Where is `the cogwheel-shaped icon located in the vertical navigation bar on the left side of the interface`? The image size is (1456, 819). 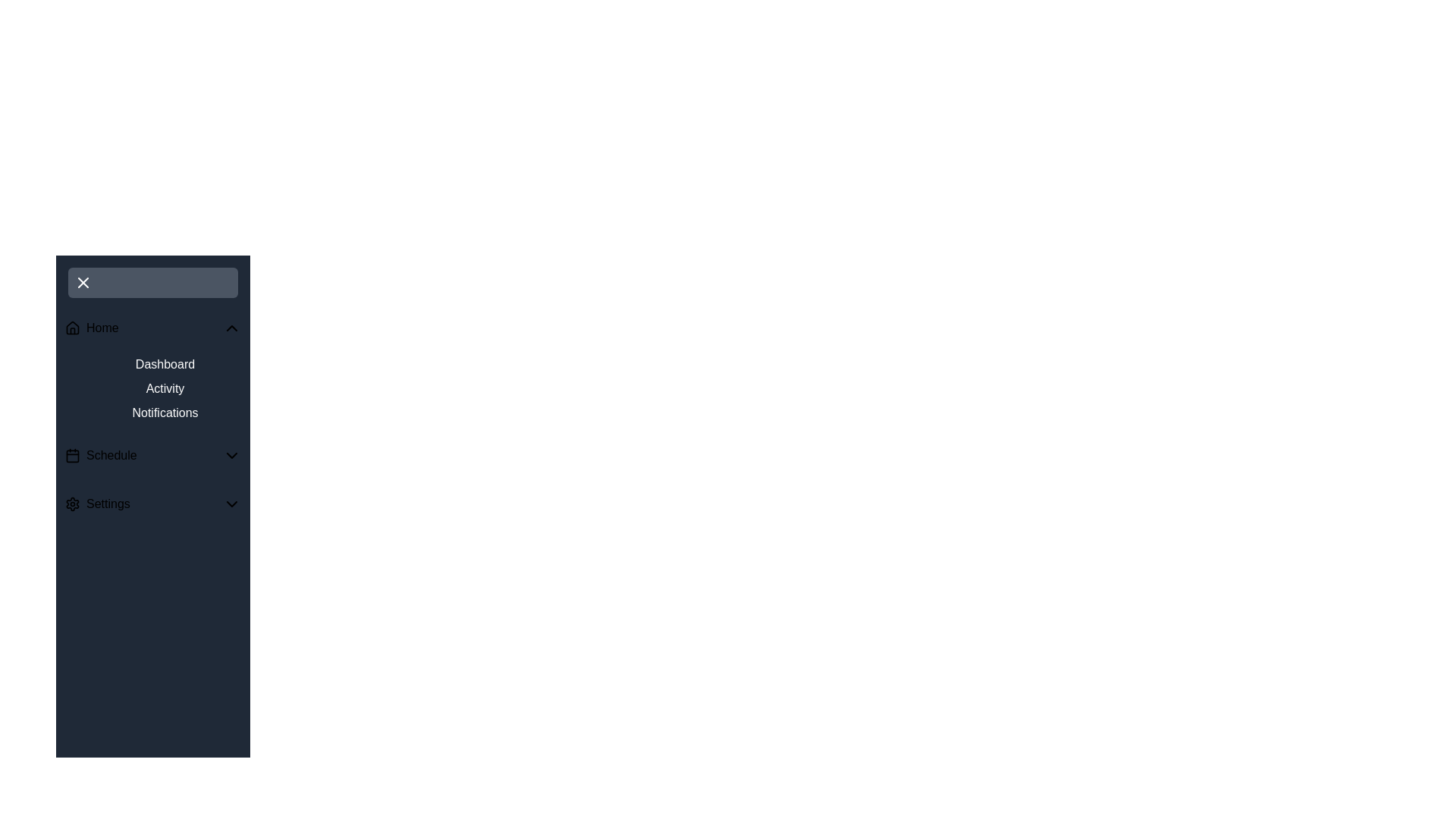 the cogwheel-shaped icon located in the vertical navigation bar on the left side of the interface is located at coordinates (72, 504).